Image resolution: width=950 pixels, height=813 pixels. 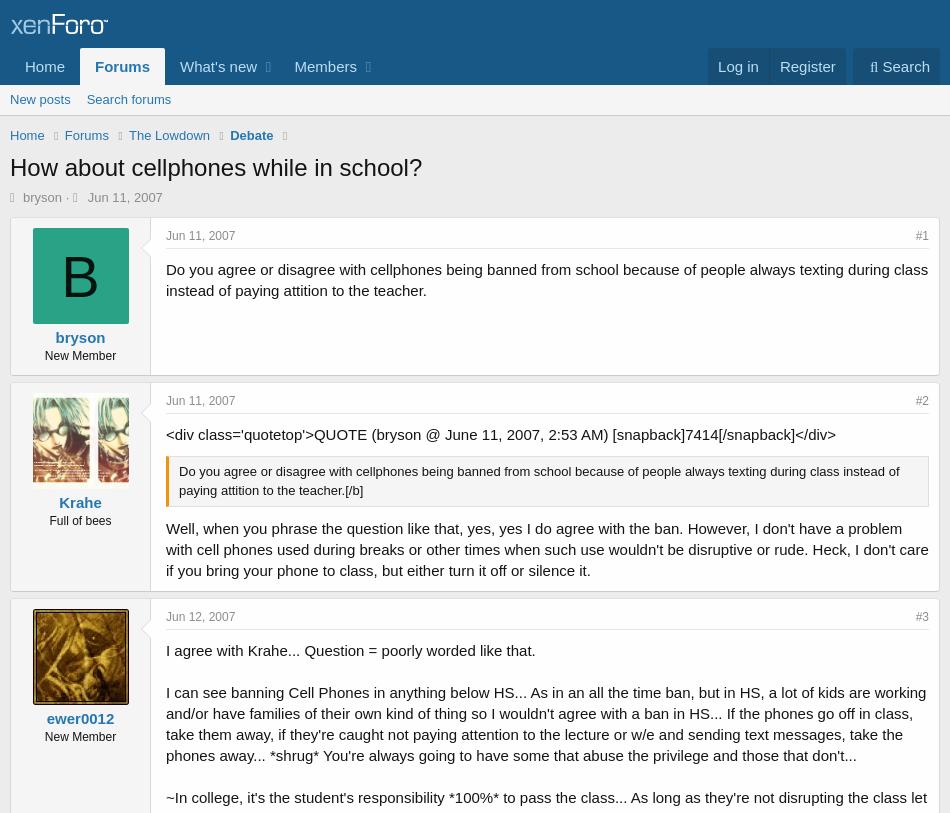 What do you see at coordinates (79, 520) in the screenshot?
I see `'Full of bees'` at bounding box center [79, 520].